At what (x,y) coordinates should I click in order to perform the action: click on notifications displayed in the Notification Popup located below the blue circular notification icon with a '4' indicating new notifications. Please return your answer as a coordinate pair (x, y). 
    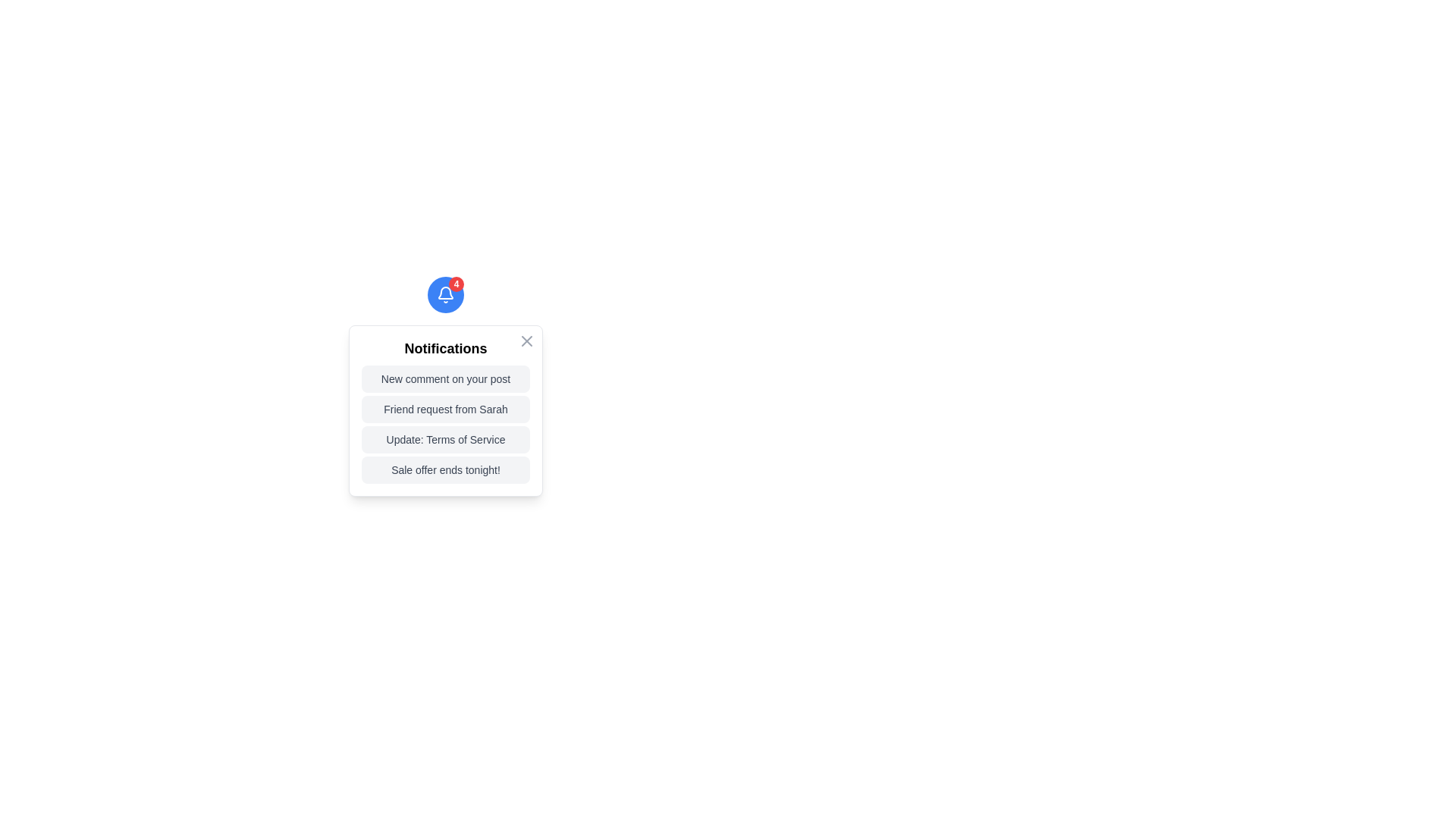
    Looking at the image, I should click on (445, 411).